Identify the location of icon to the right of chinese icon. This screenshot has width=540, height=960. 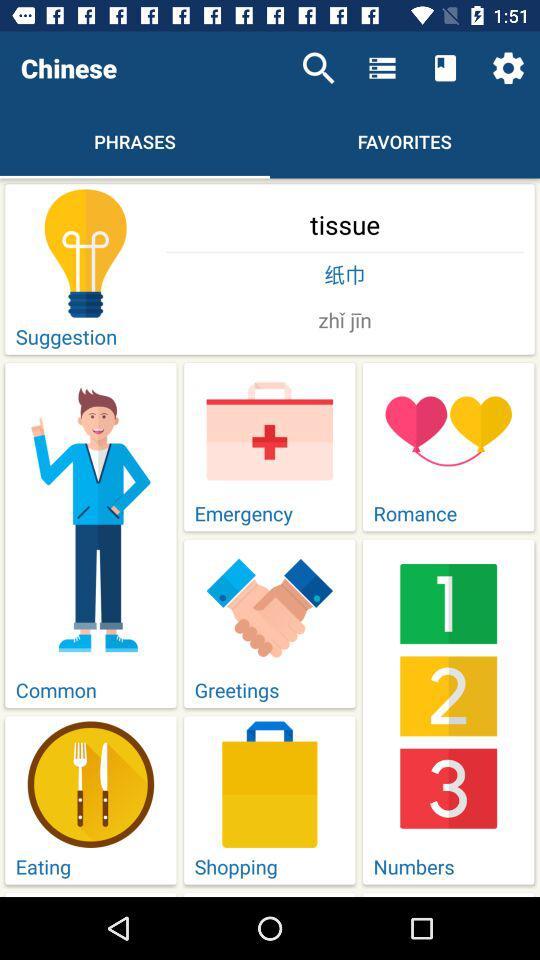
(318, 68).